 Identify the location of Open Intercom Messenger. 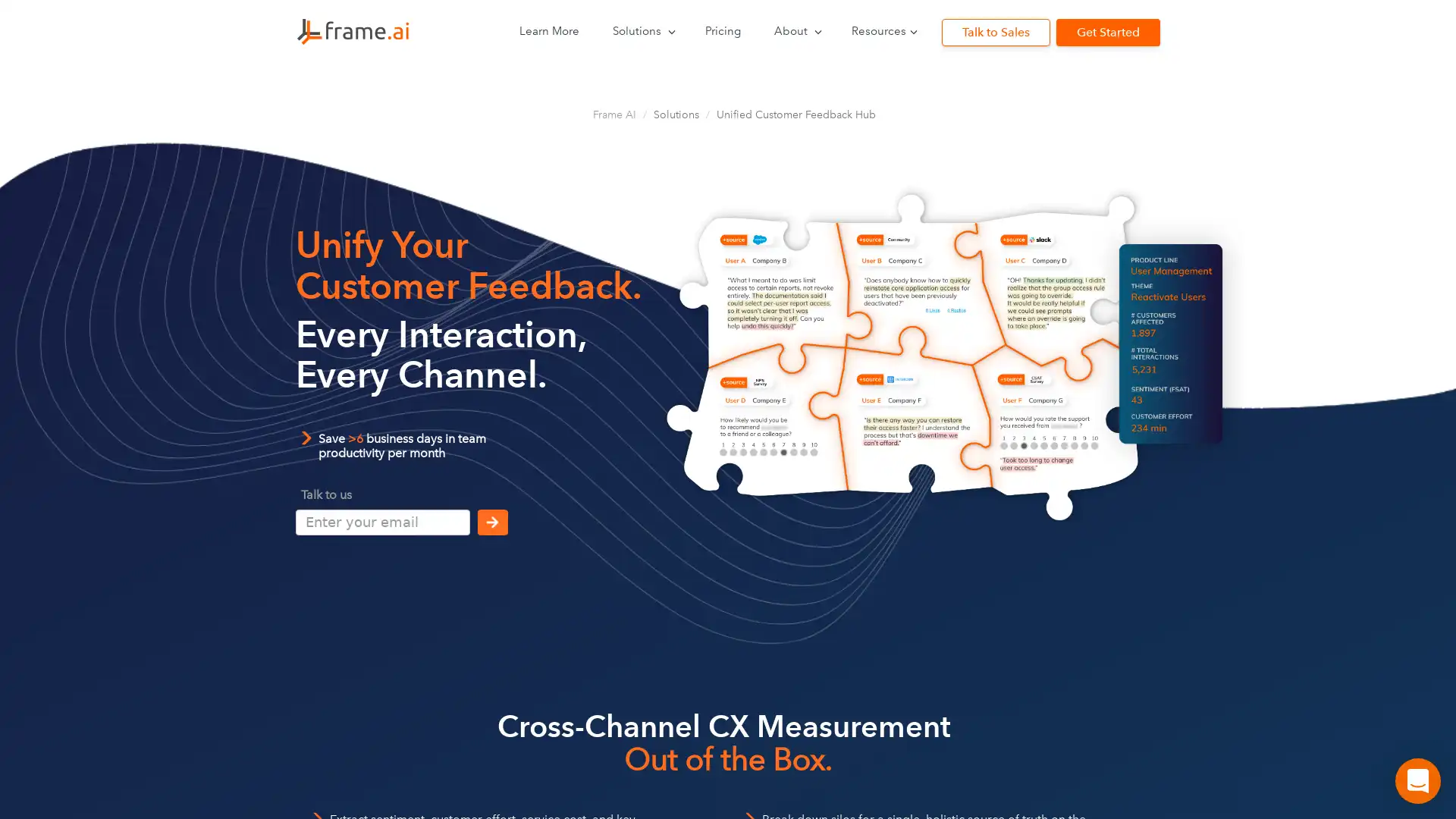
(1417, 780).